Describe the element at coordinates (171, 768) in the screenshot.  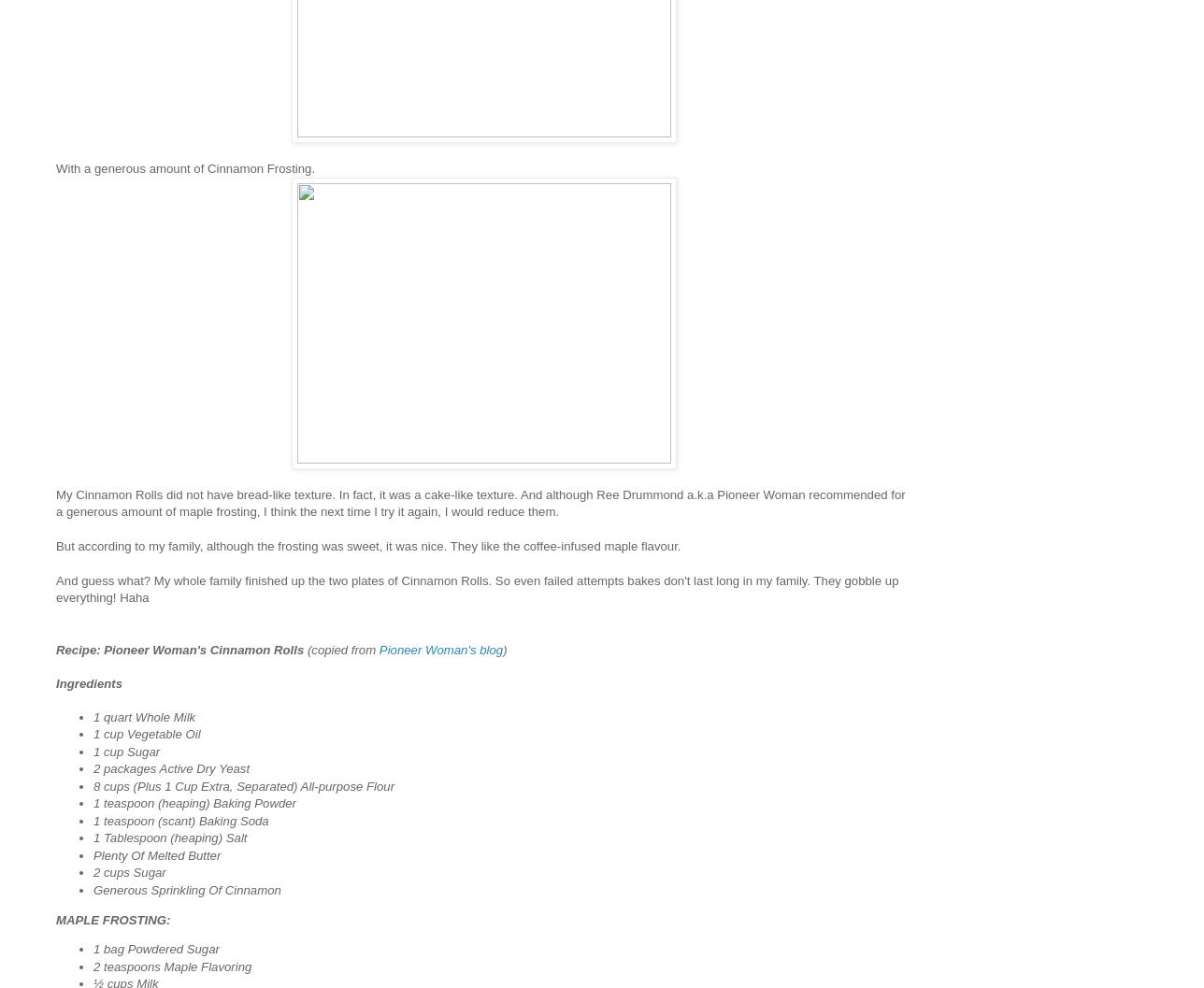
I see `'2 packages Active Dry Yeast'` at that location.